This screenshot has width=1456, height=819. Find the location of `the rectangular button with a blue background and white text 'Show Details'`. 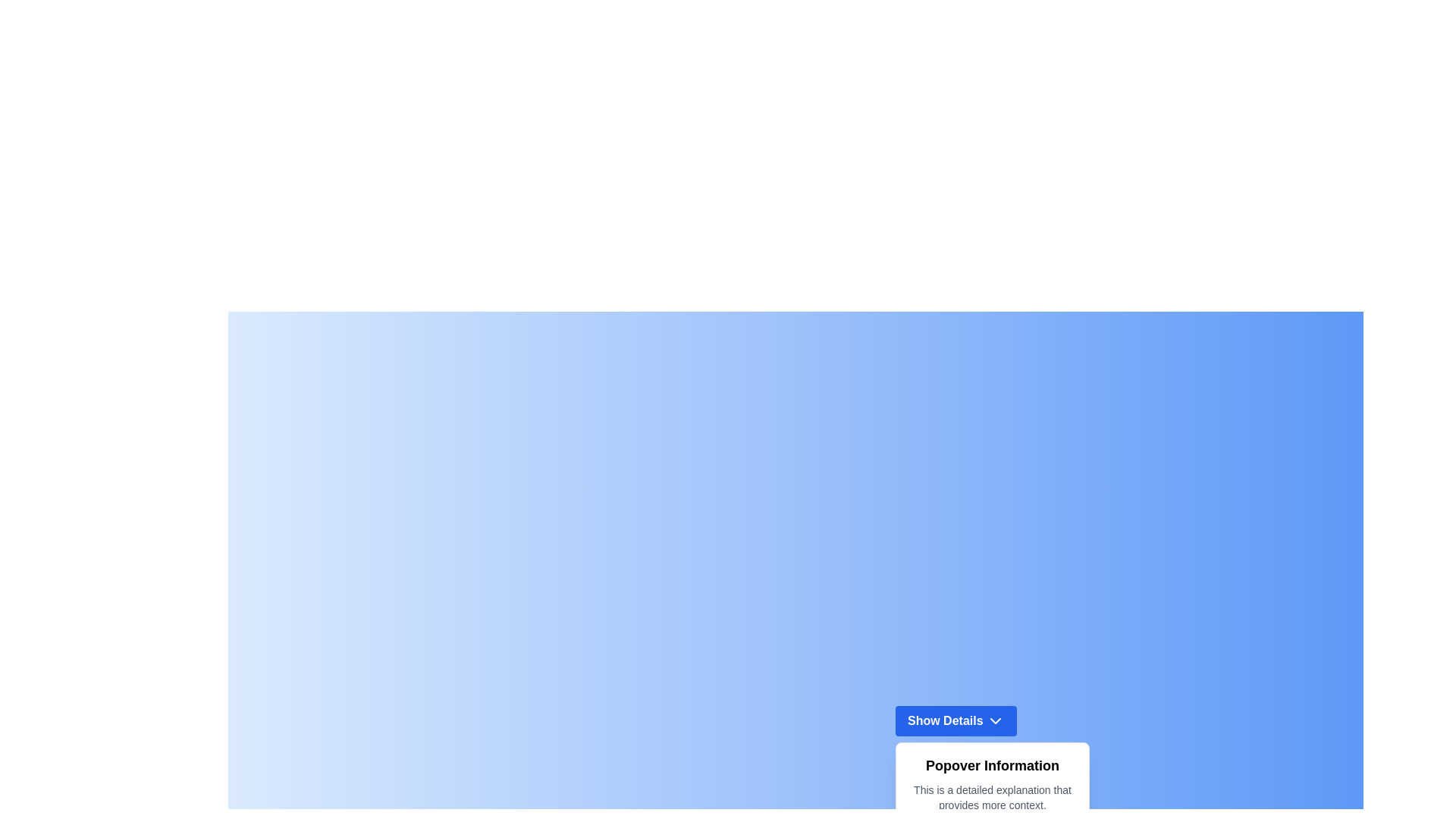

the rectangular button with a blue background and white text 'Show Details' is located at coordinates (955, 719).